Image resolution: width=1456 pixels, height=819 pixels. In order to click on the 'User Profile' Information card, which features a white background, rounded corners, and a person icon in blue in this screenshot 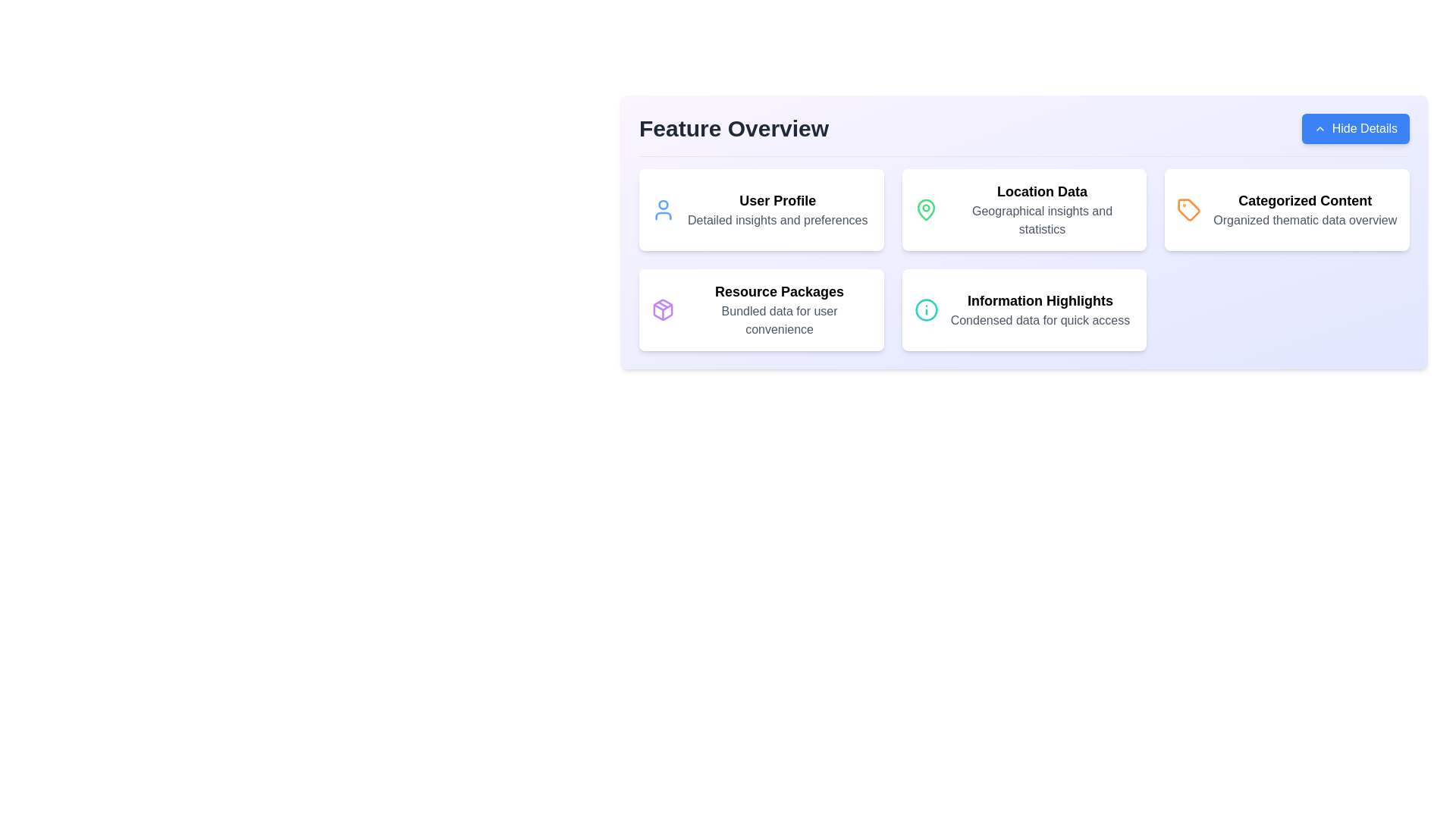, I will do `click(761, 210)`.